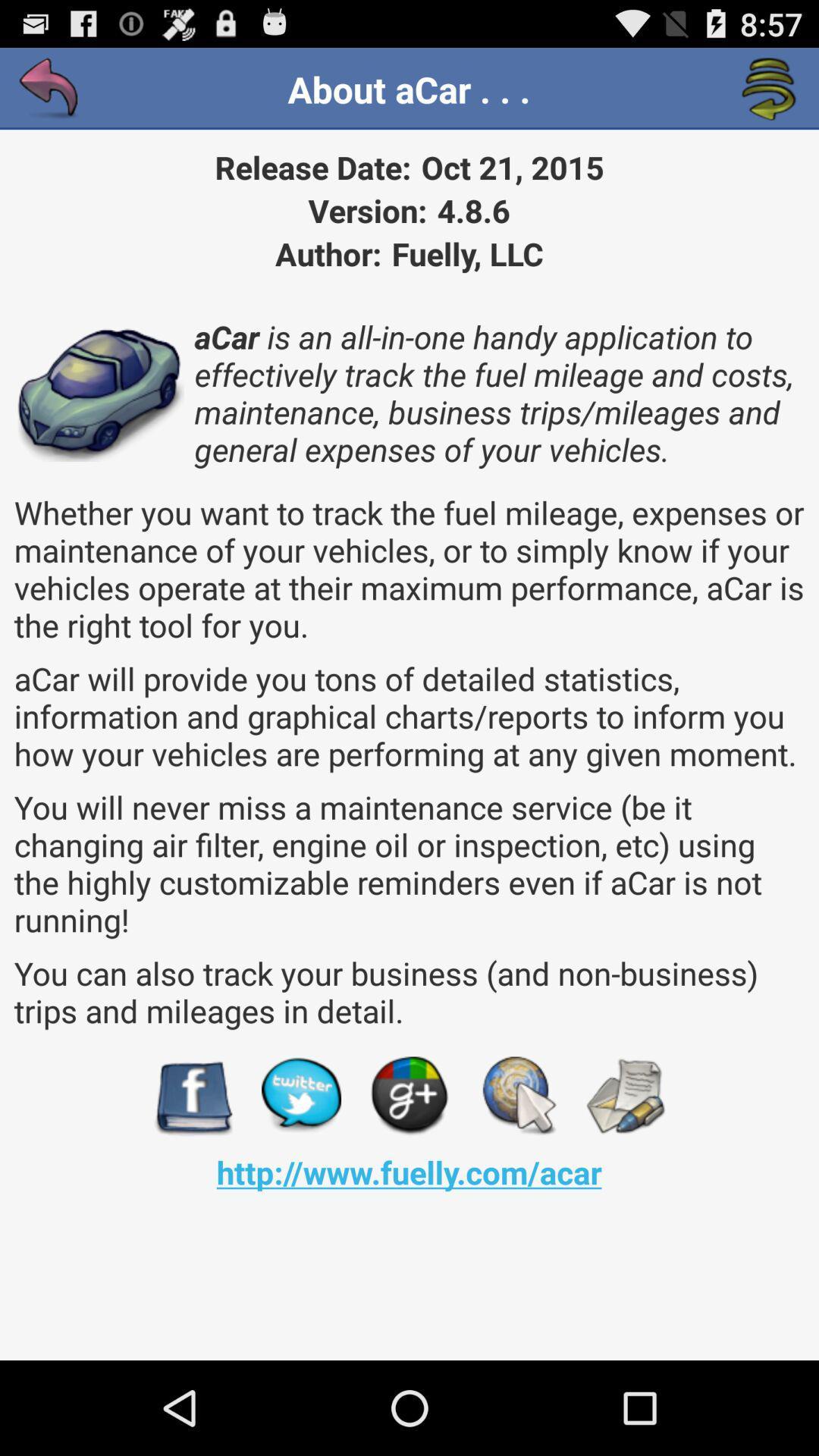 The width and height of the screenshot is (819, 1456). Describe the element at coordinates (301, 1096) in the screenshot. I see `open up twitter page` at that location.